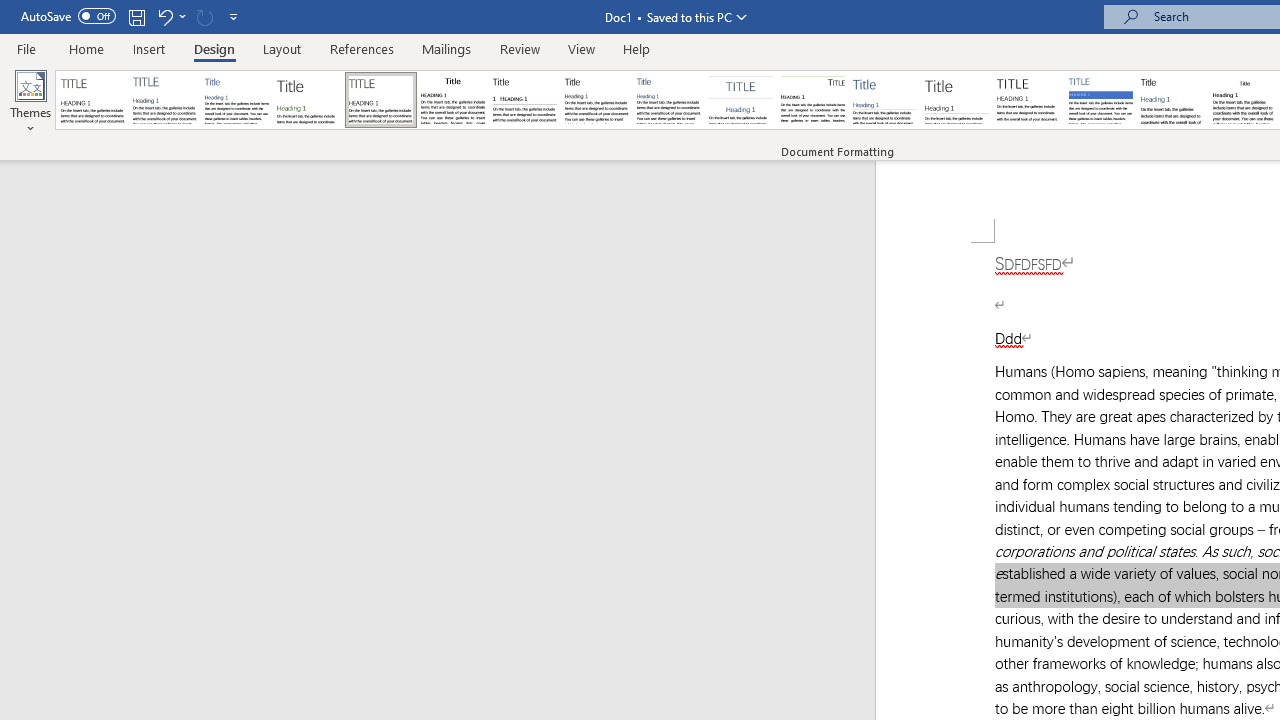  Describe the element at coordinates (308, 100) in the screenshot. I see `'Basic (Stylish)'` at that location.